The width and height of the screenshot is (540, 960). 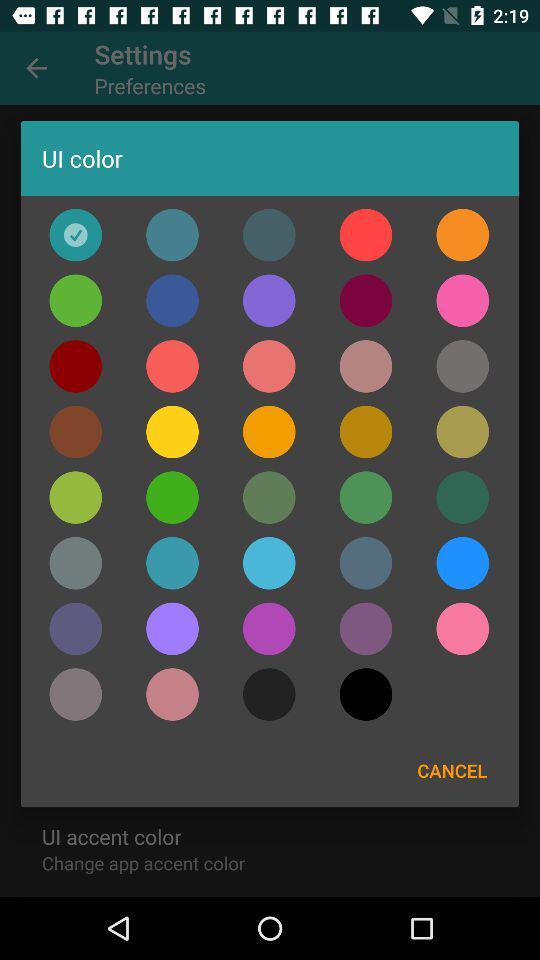 What do you see at coordinates (269, 432) in the screenshot?
I see `color` at bounding box center [269, 432].